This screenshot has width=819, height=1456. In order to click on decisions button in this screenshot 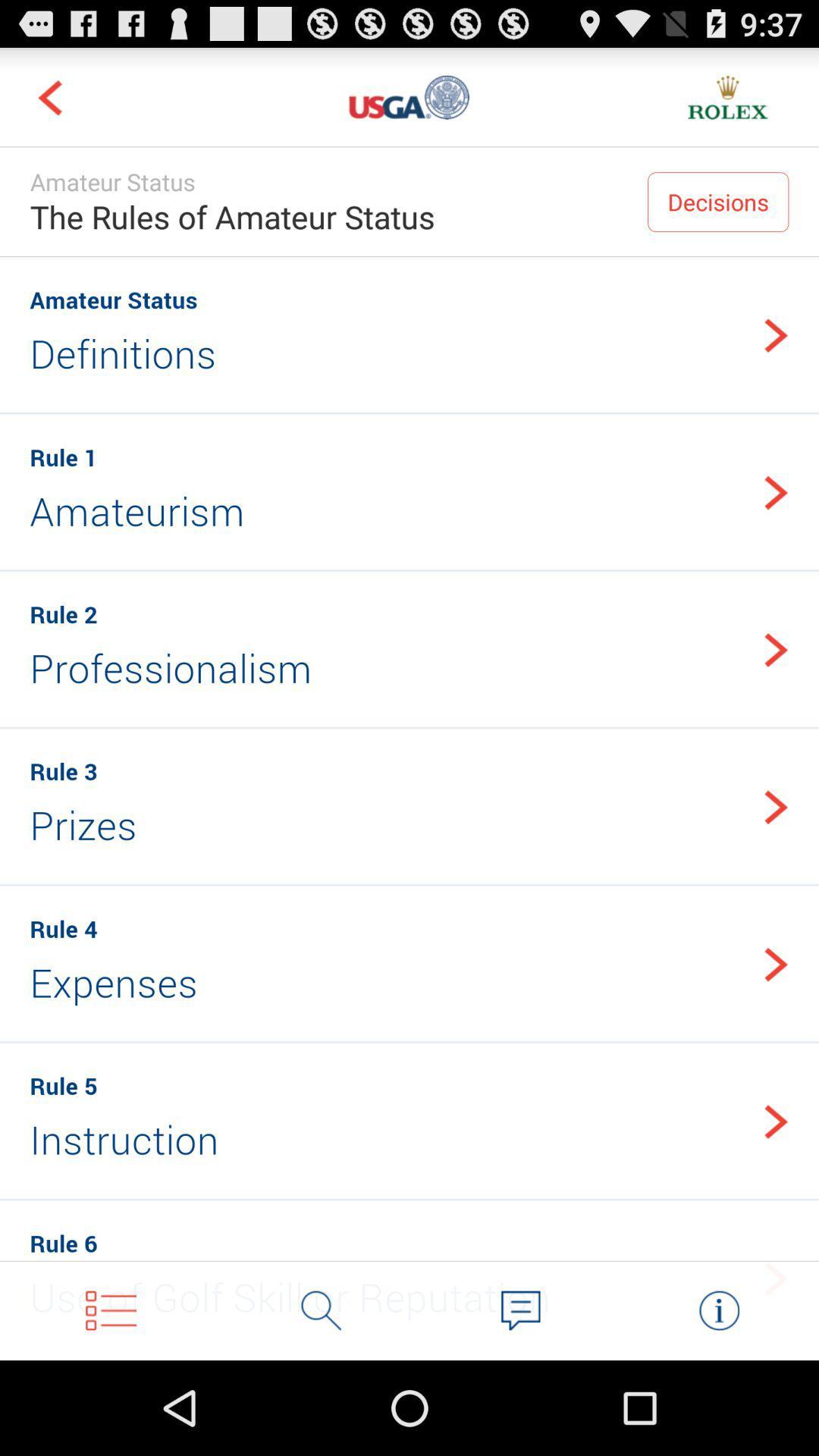, I will do `click(717, 201)`.